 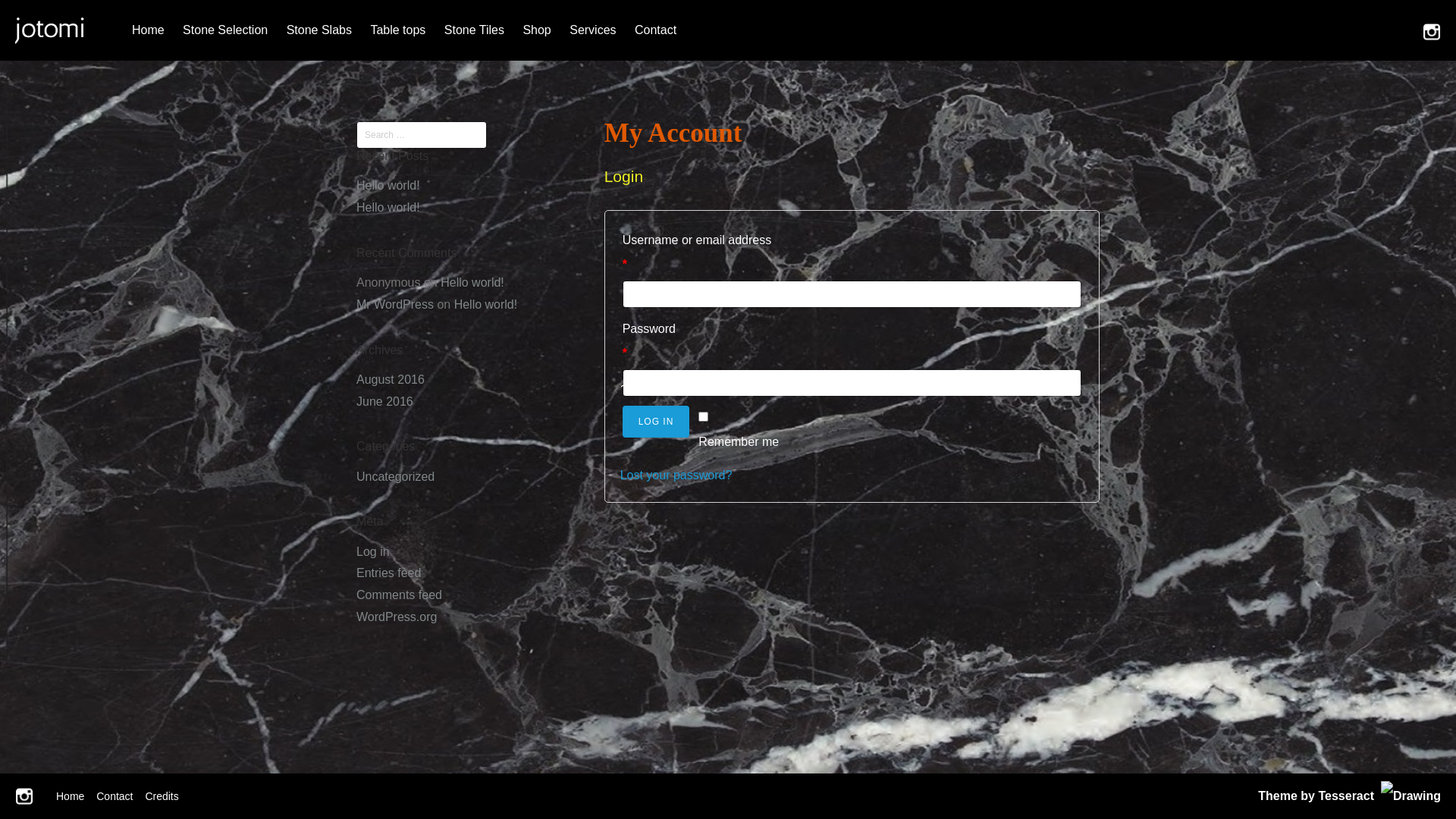 I want to click on 'WordPress.org', so click(x=397, y=617).